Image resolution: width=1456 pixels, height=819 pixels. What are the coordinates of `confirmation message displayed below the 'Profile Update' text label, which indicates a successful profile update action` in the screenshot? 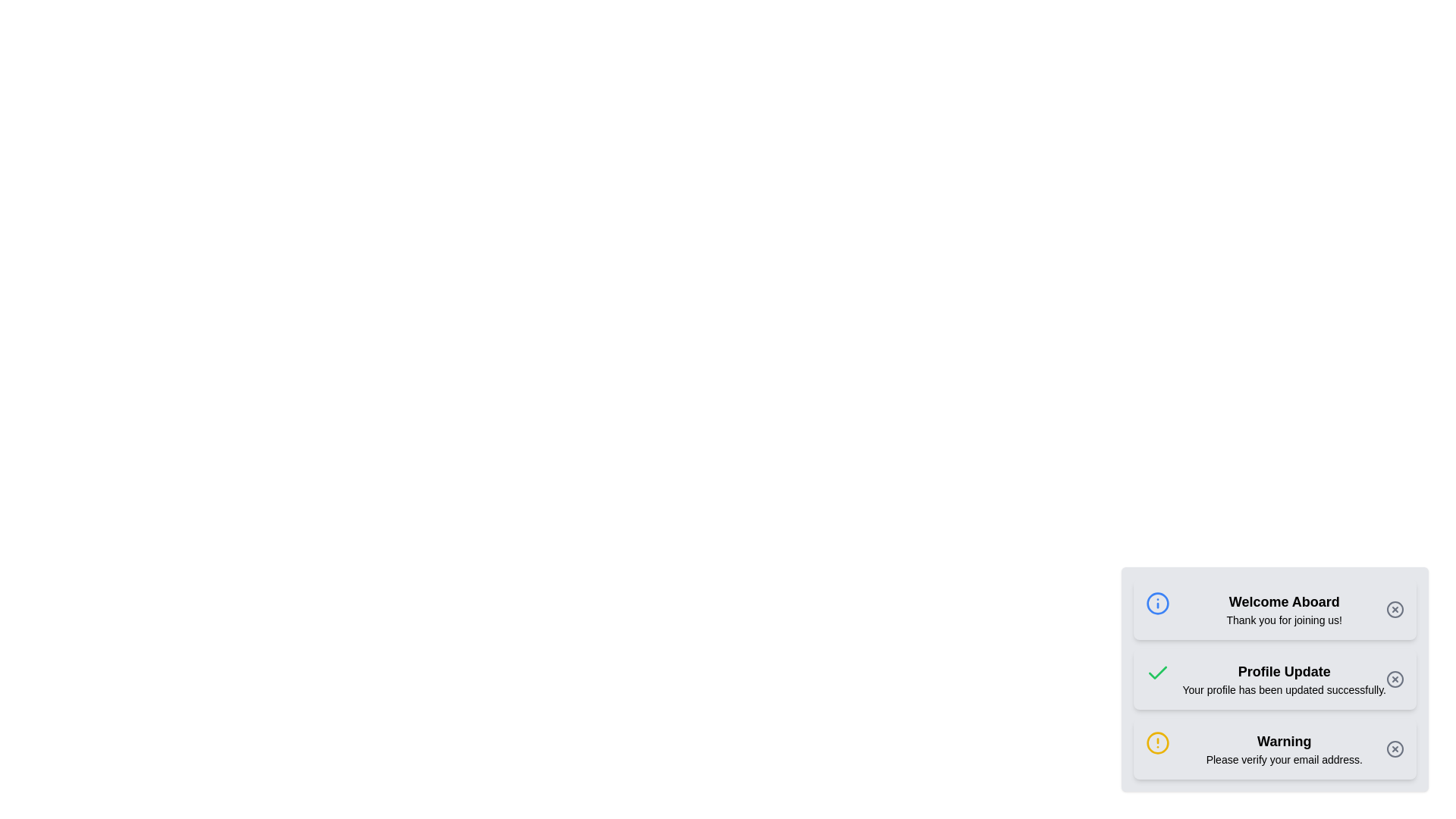 It's located at (1283, 690).